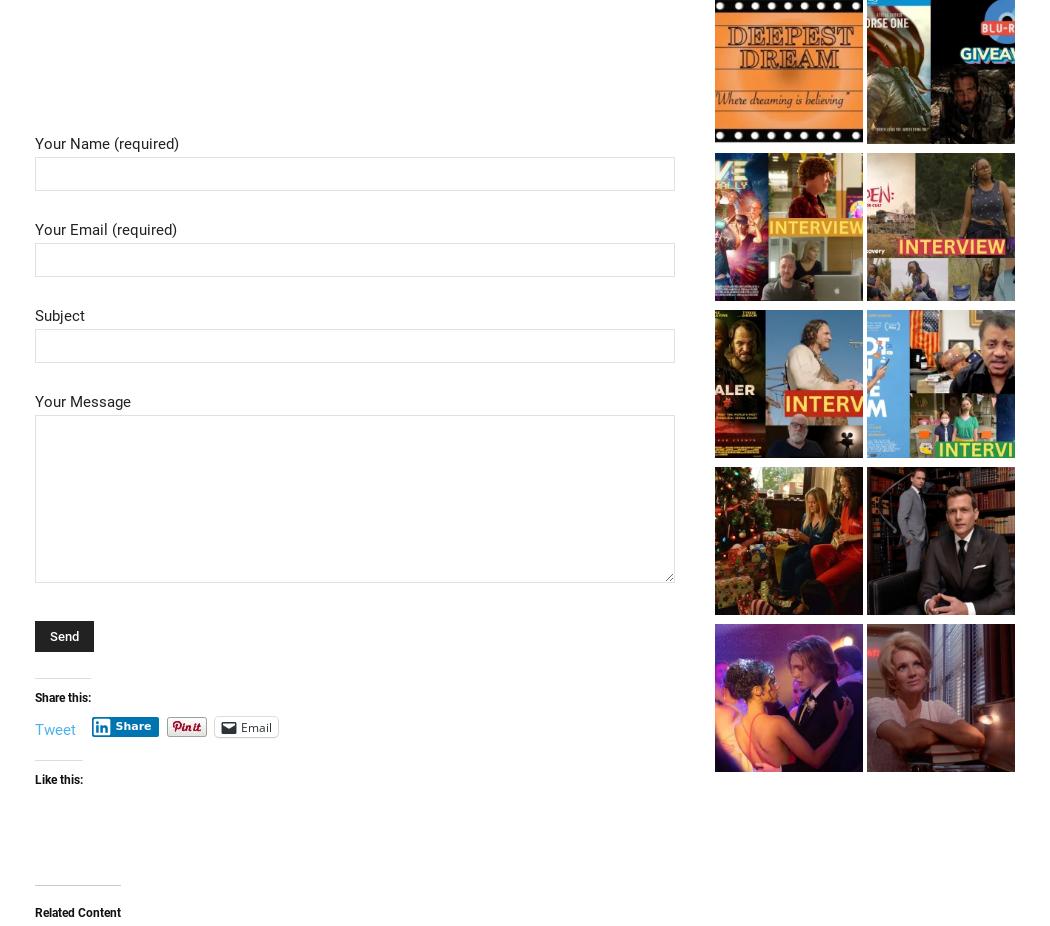 This screenshot has width=1050, height=926. I want to click on 'Share', so click(132, 726).